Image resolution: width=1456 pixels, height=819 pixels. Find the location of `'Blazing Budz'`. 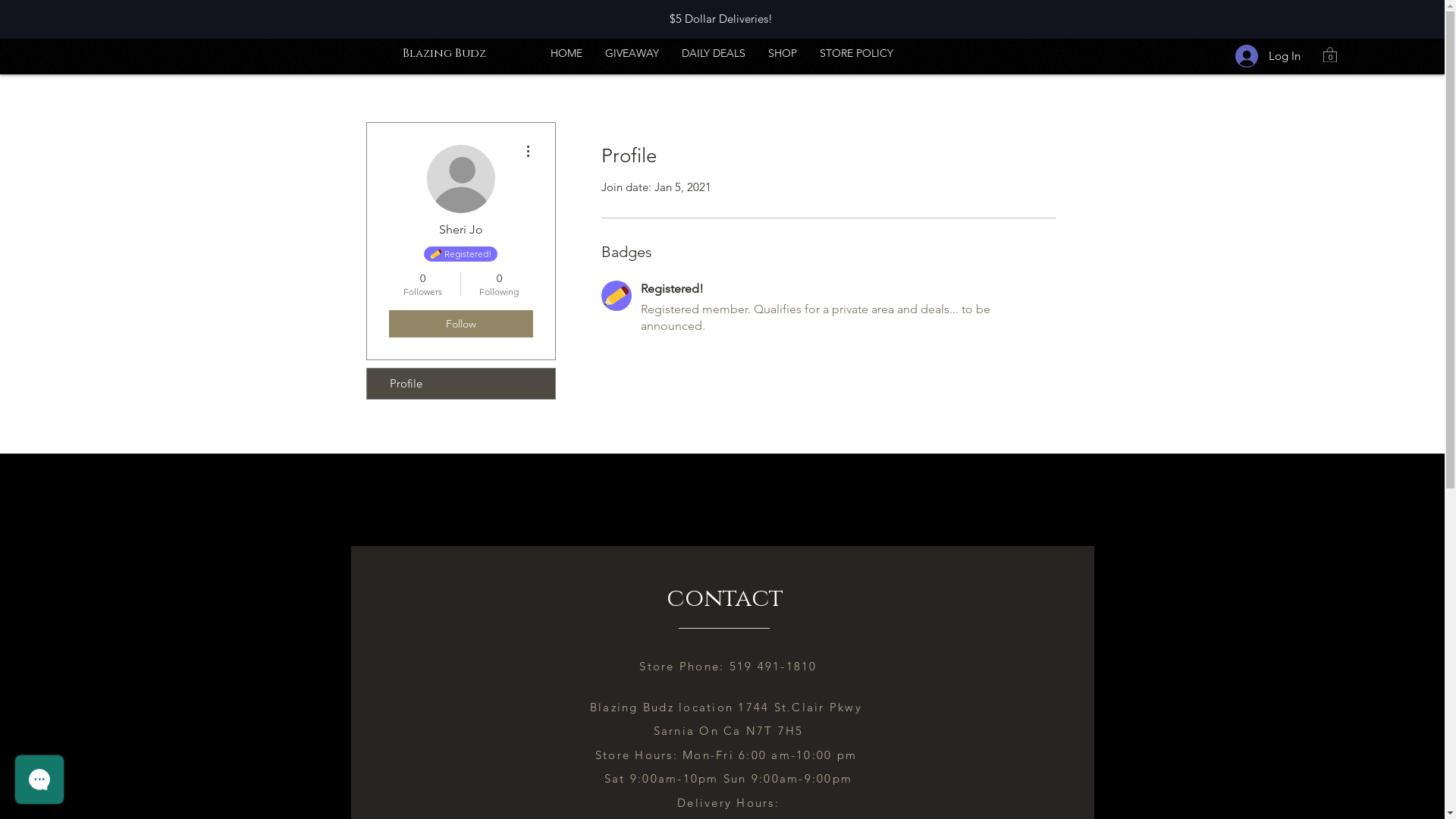

'Blazing Budz' is located at coordinates (444, 52).